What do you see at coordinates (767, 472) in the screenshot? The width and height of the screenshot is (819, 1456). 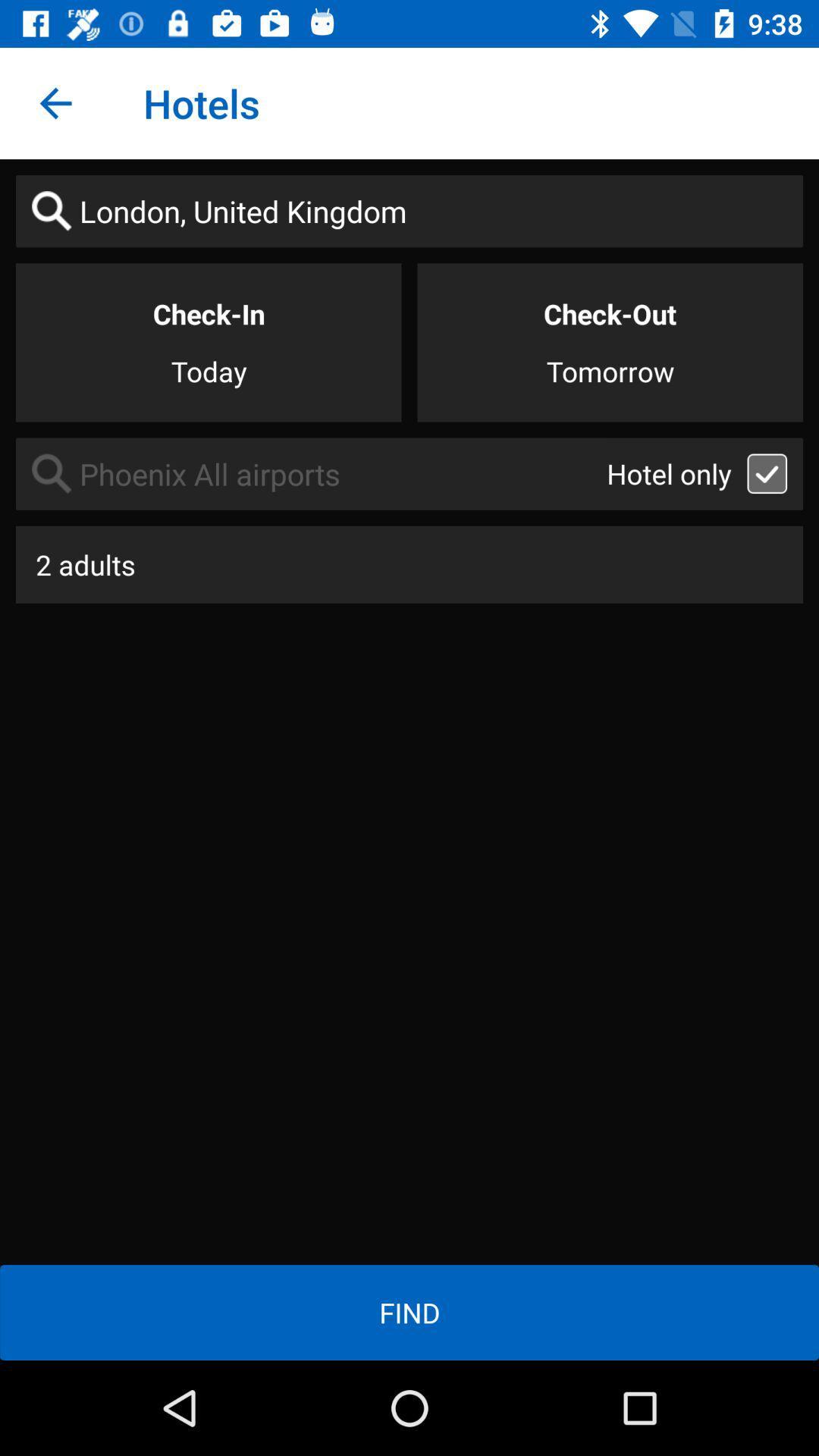 I see `unclick` at bounding box center [767, 472].